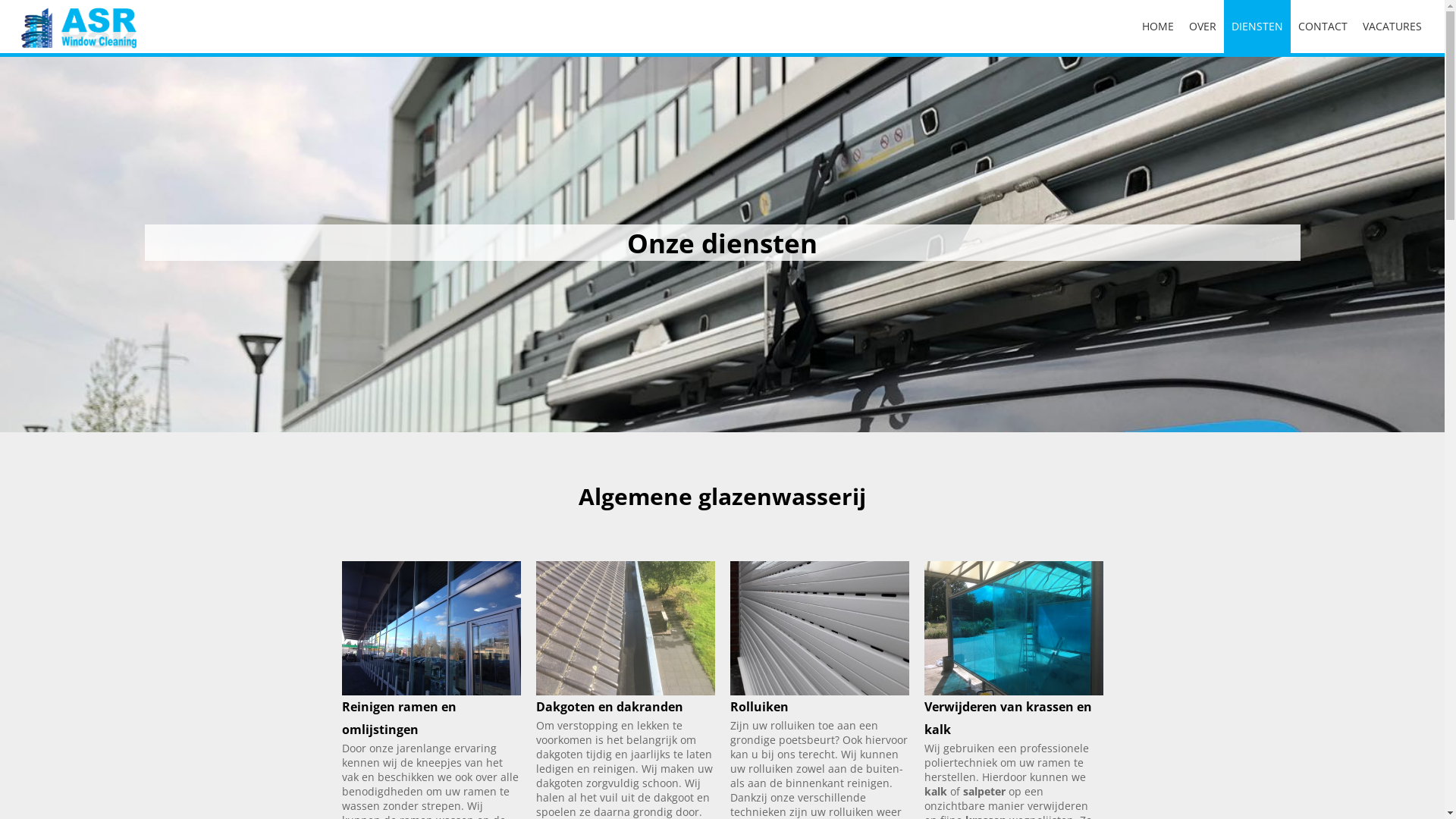  I want to click on 'CONTACT', so click(1322, 26).